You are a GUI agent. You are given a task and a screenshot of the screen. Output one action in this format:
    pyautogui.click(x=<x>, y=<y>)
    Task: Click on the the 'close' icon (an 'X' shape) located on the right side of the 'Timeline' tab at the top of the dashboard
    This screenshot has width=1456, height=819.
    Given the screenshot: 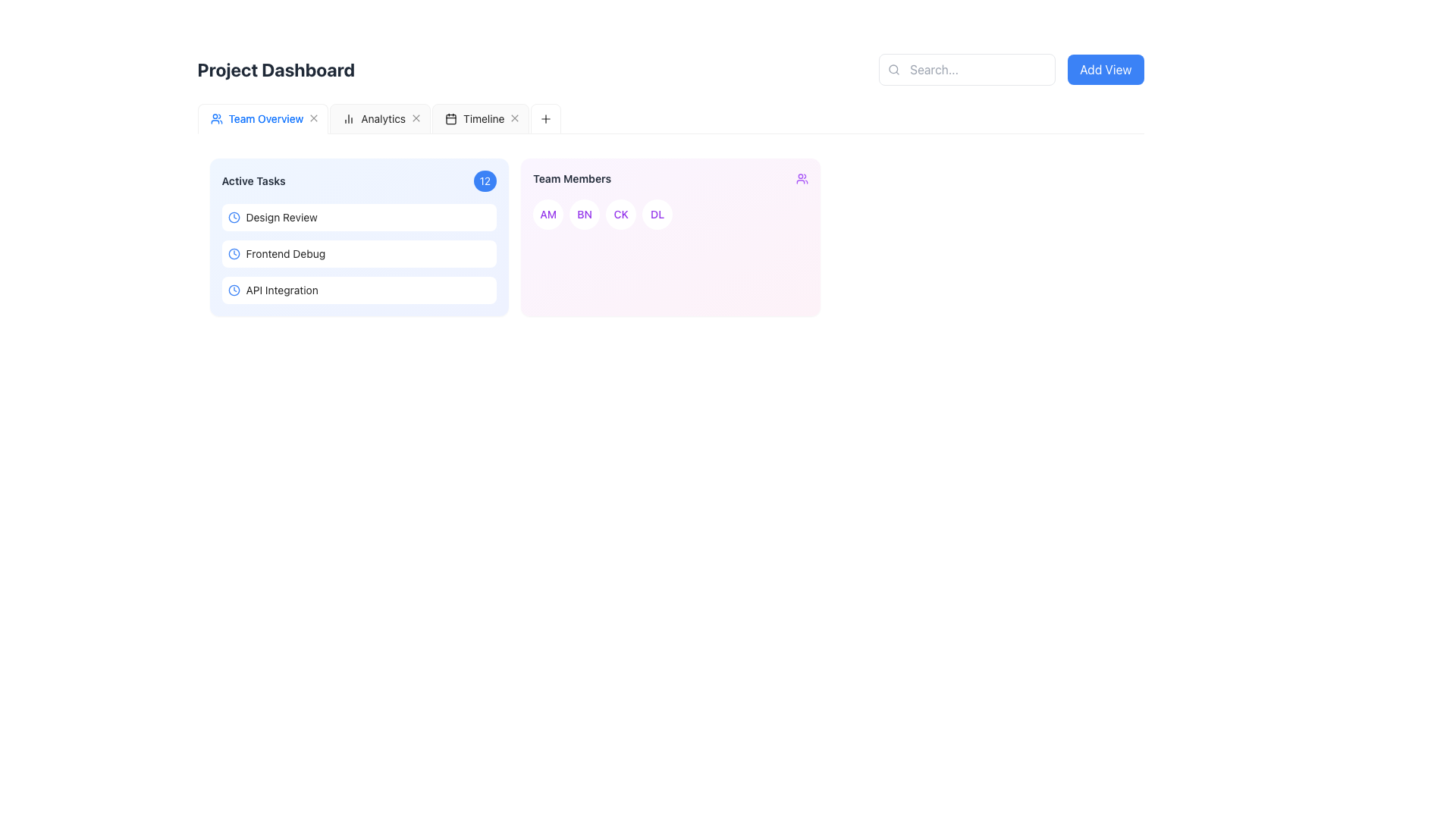 What is the action you would take?
    pyautogui.click(x=515, y=118)
    